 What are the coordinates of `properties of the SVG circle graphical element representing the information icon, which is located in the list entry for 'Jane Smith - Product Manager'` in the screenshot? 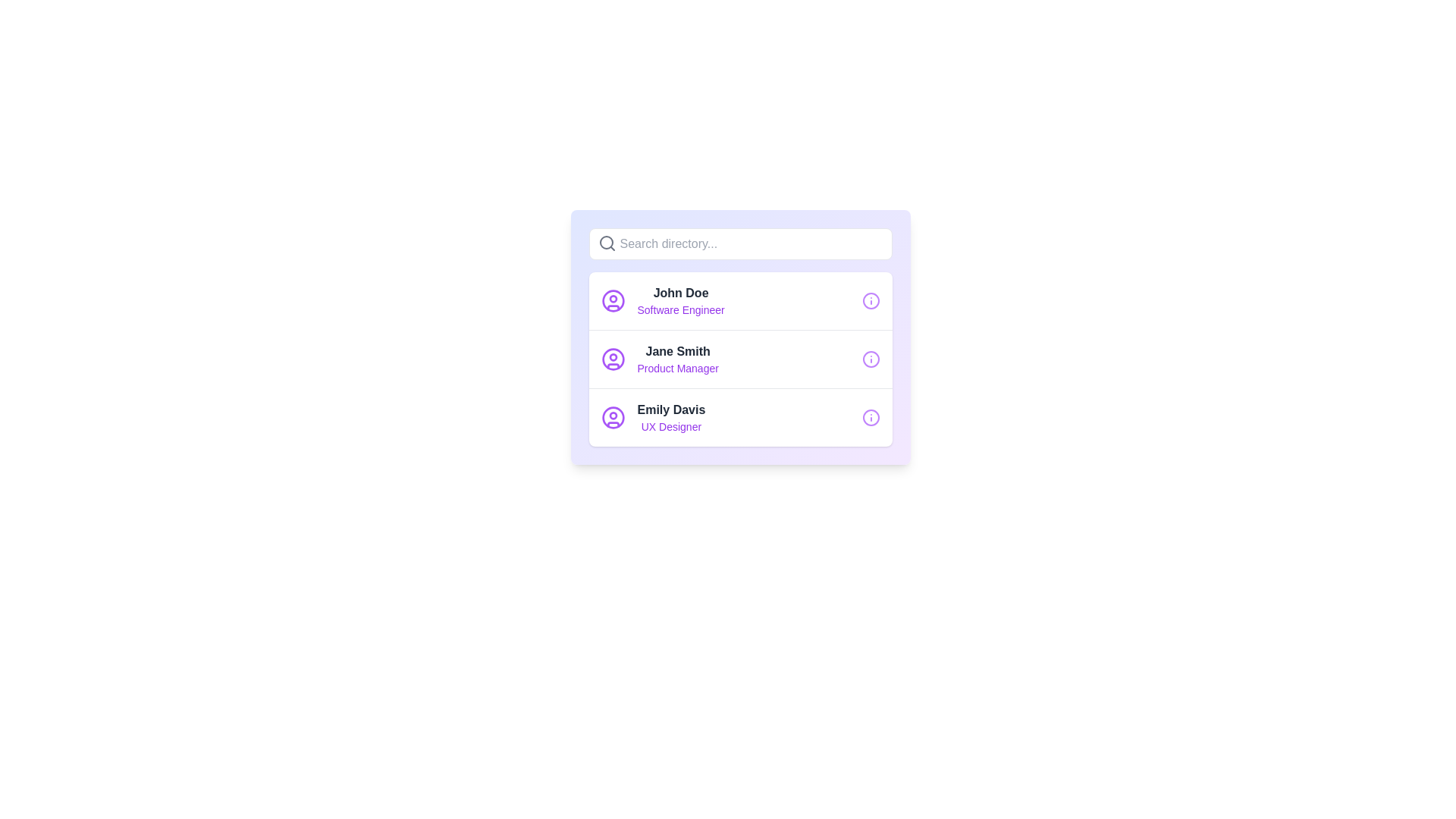 It's located at (871, 359).